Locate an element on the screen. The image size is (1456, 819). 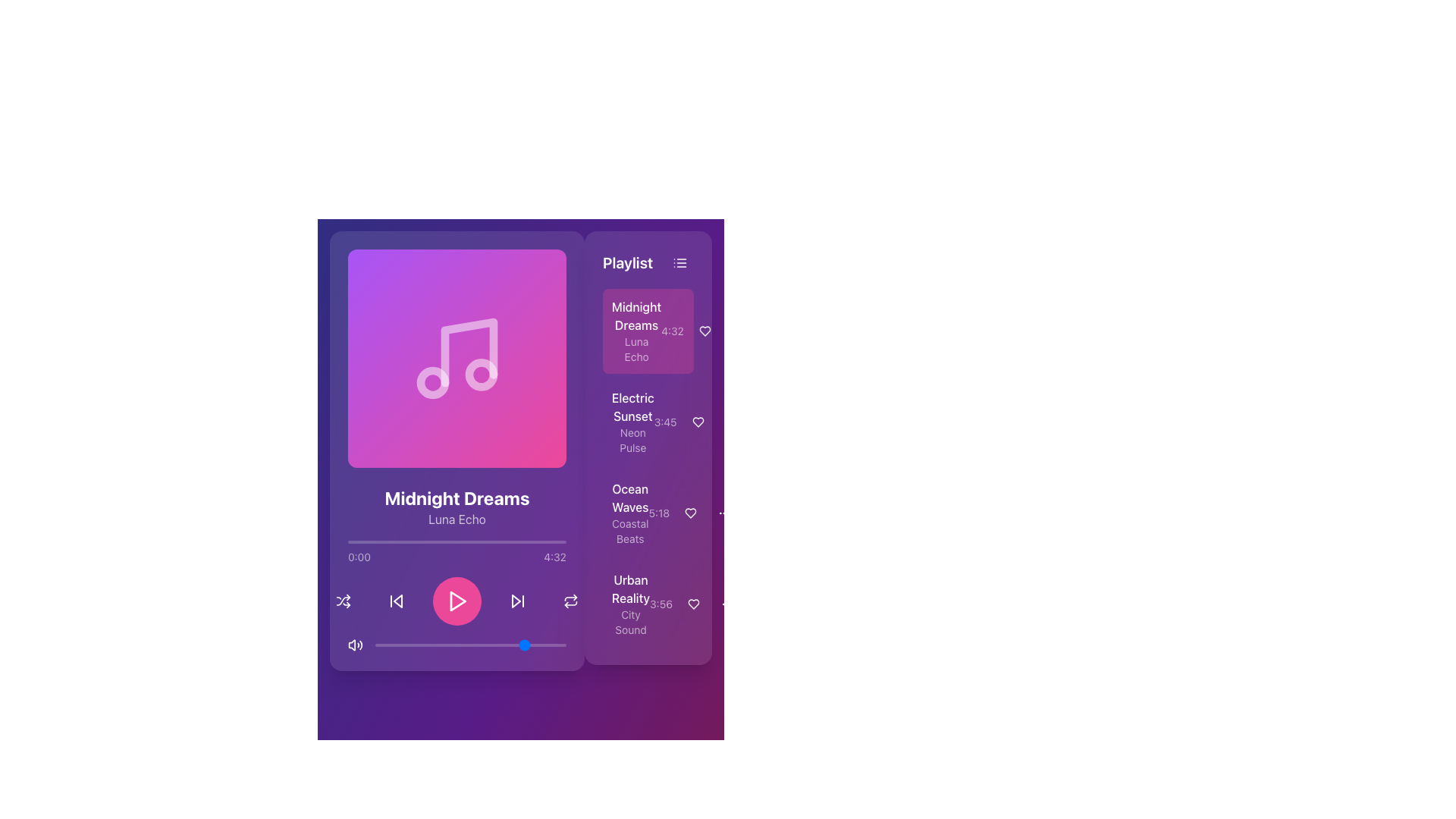
the slider is located at coordinates (415, 645).